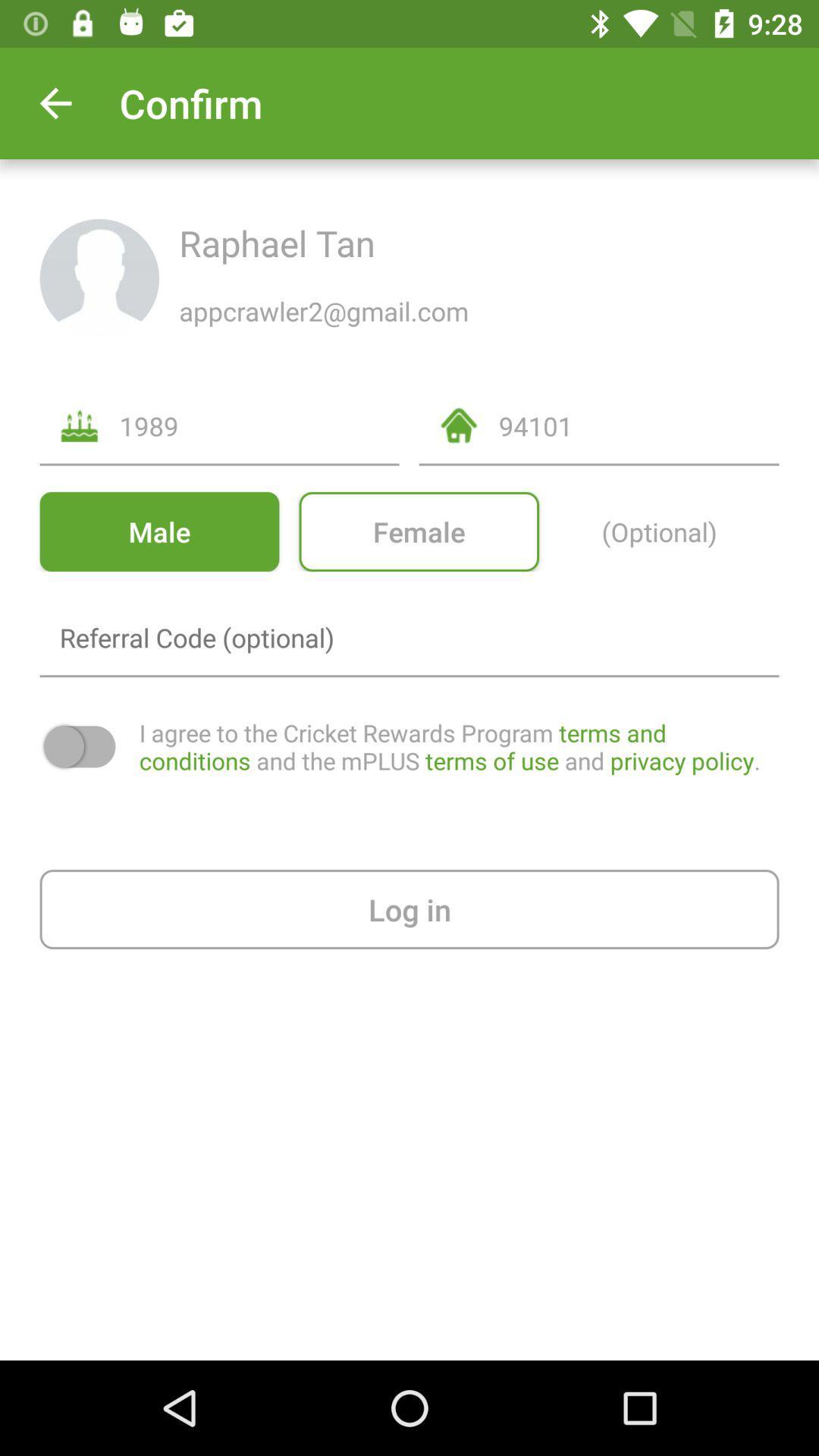 This screenshot has height=1456, width=819. I want to click on the female item, so click(419, 532).